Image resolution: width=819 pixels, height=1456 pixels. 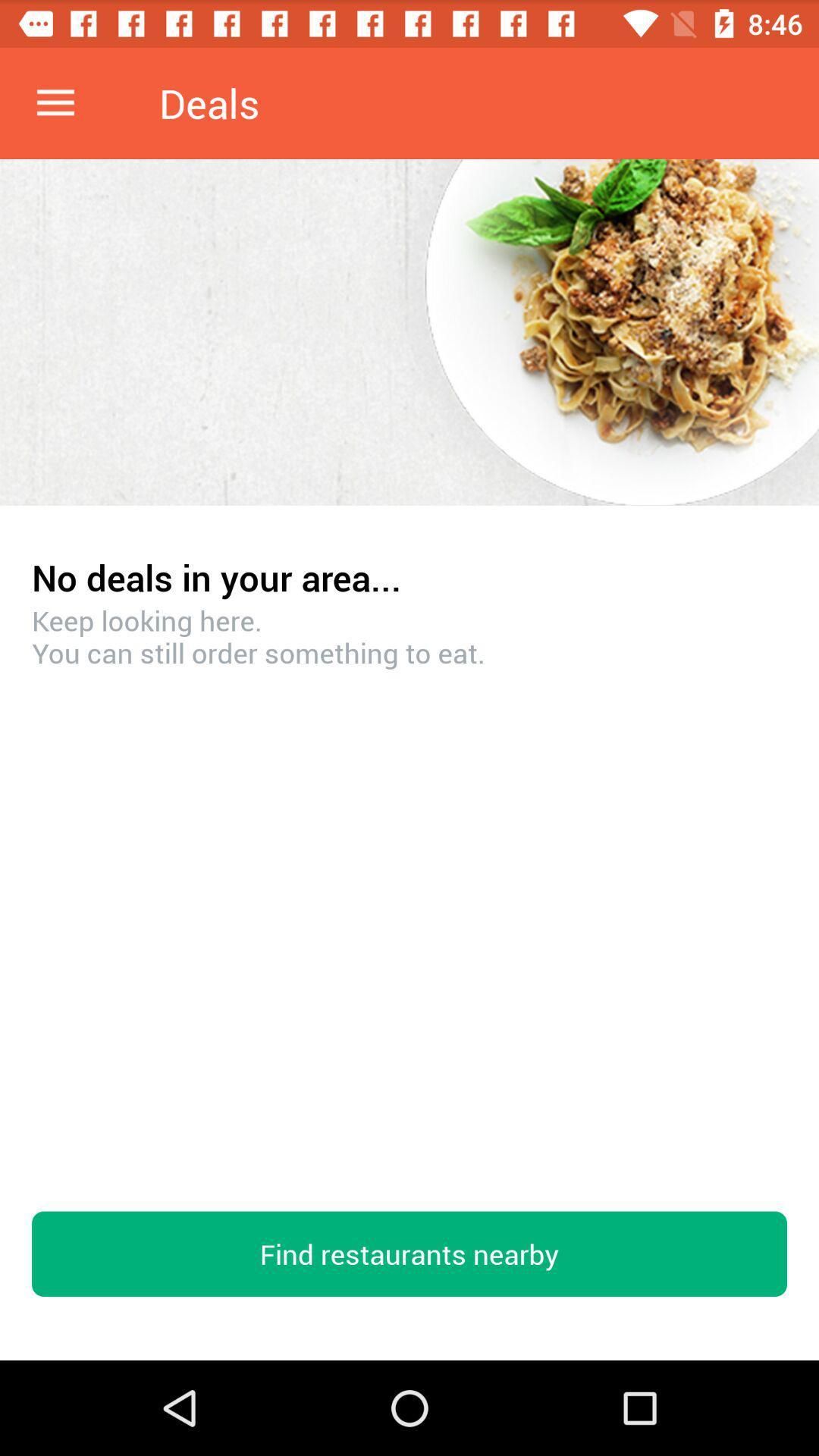 What do you see at coordinates (409, 1254) in the screenshot?
I see `the find restaurants nearby icon` at bounding box center [409, 1254].